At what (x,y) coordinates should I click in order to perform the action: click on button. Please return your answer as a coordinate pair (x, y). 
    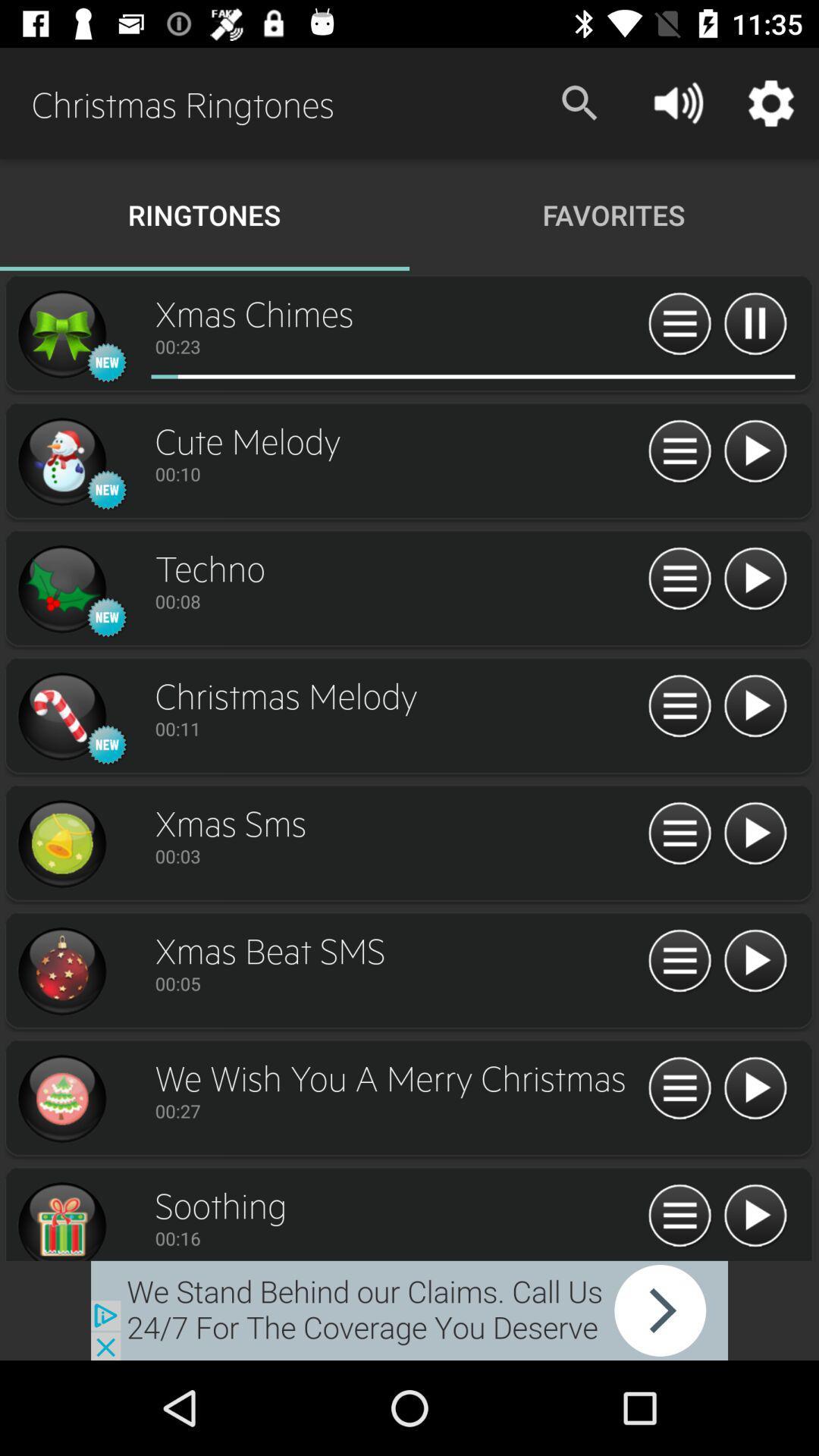
    Looking at the image, I should click on (755, 961).